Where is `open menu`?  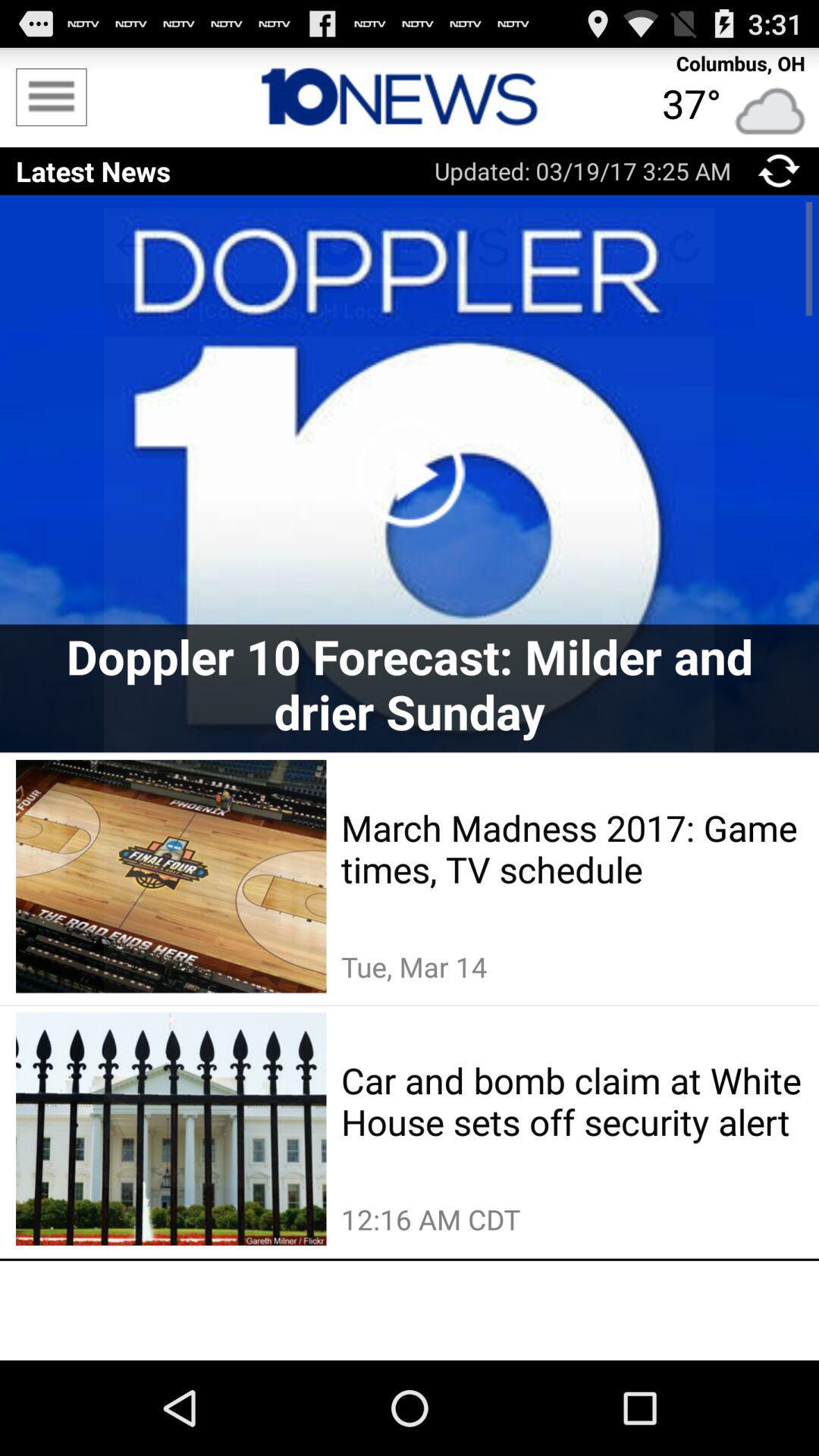
open menu is located at coordinates (50, 96).